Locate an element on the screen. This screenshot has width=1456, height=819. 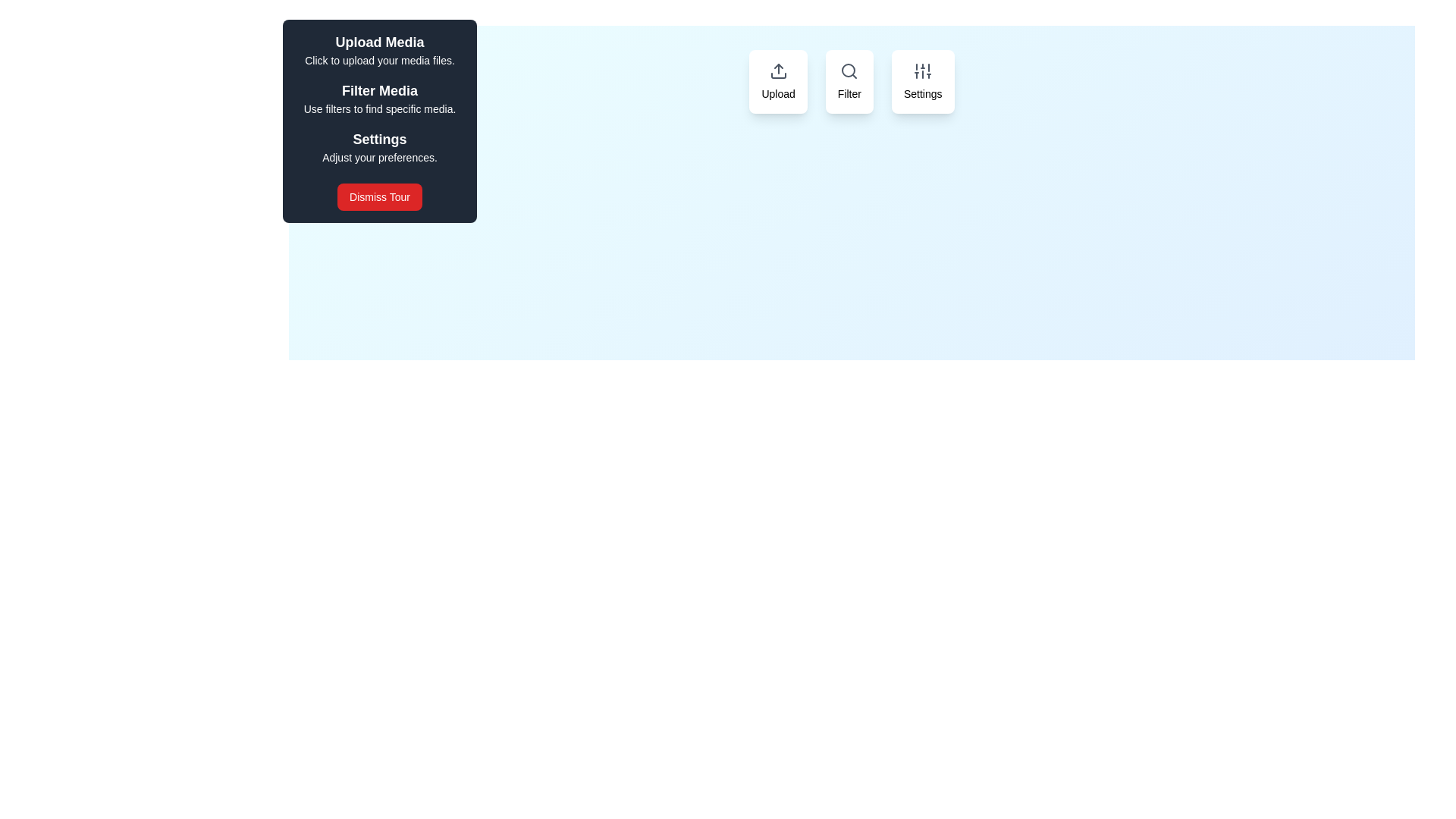
the middle button in the horizontal group of three buttons at the top center of the interface is located at coordinates (848, 82).